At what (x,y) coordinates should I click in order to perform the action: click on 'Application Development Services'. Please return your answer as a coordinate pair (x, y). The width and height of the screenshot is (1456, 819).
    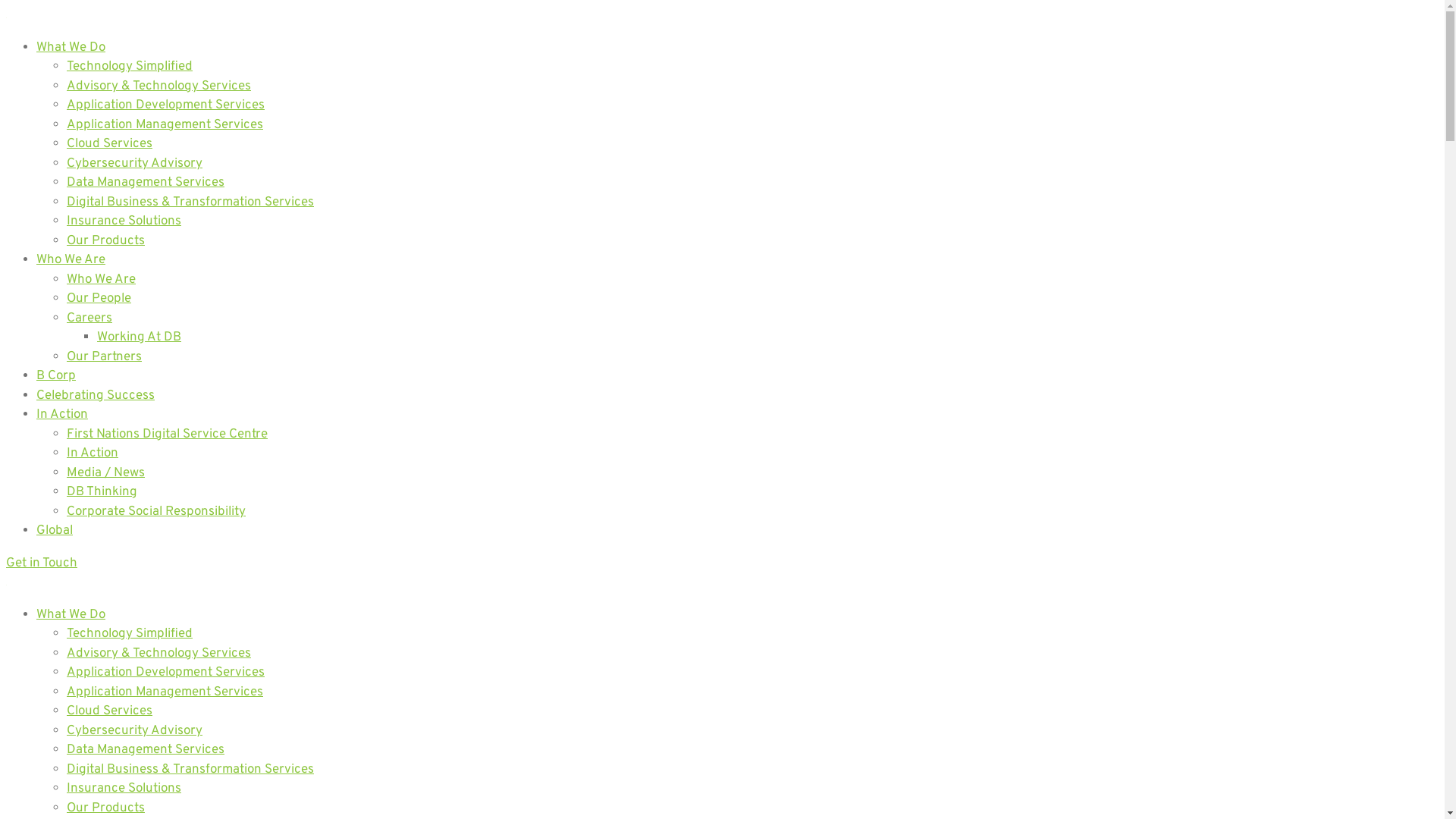
    Looking at the image, I should click on (165, 672).